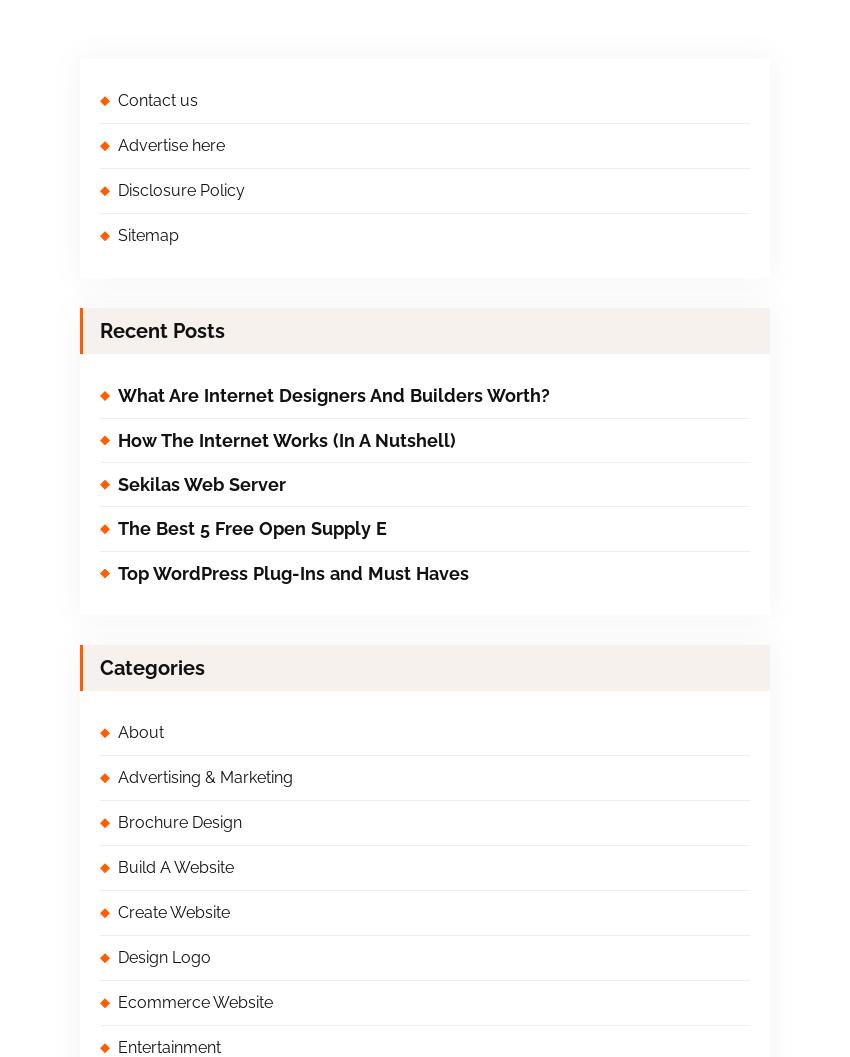 The height and width of the screenshot is (1057, 850). What do you see at coordinates (204, 777) in the screenshot?
I see `'Advertising & Marketing'` at bounding box center [204, 777].